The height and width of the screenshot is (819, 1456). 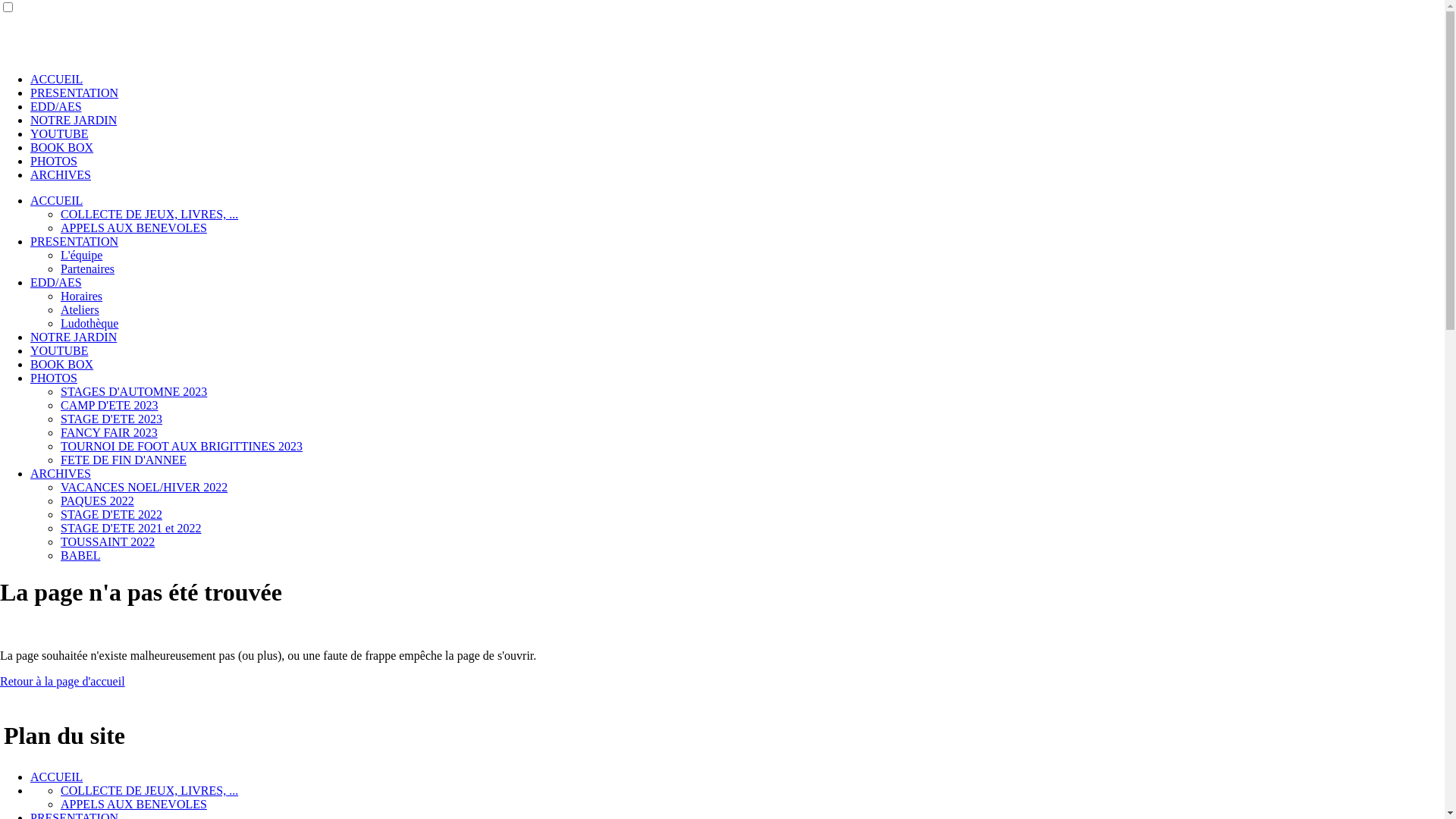 I want to click on 'FETE DE FIN D'ANNEE', so click(x=124, y=459).